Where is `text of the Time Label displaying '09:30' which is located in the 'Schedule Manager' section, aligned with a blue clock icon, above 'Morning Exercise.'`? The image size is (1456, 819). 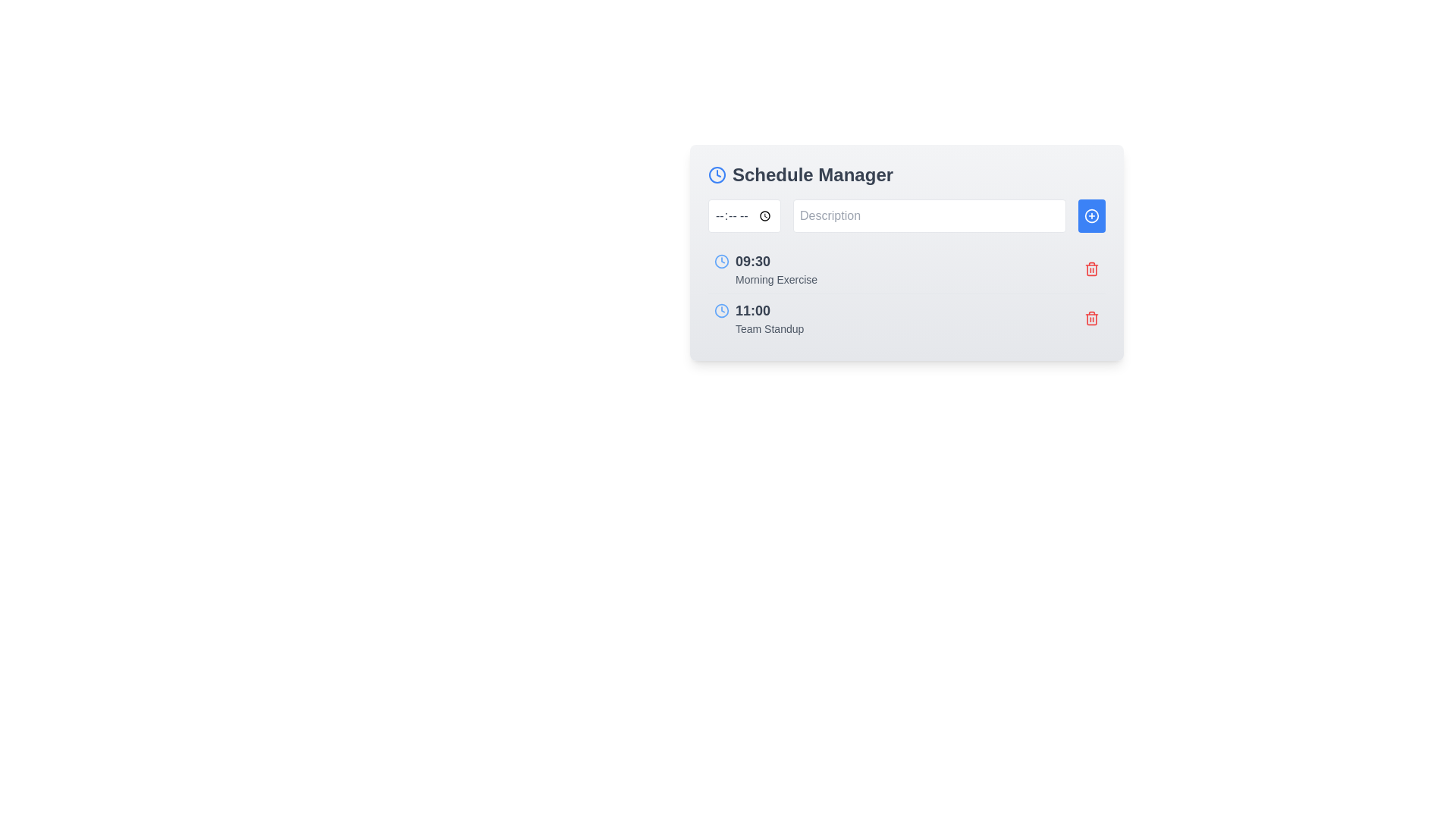 text of the Time Label displaying '09:30' which is located in the 'Schedule Manager' section, aligned with a blue clock icon, above 'Morning Exercise.' is located at coordinates (766, 260).